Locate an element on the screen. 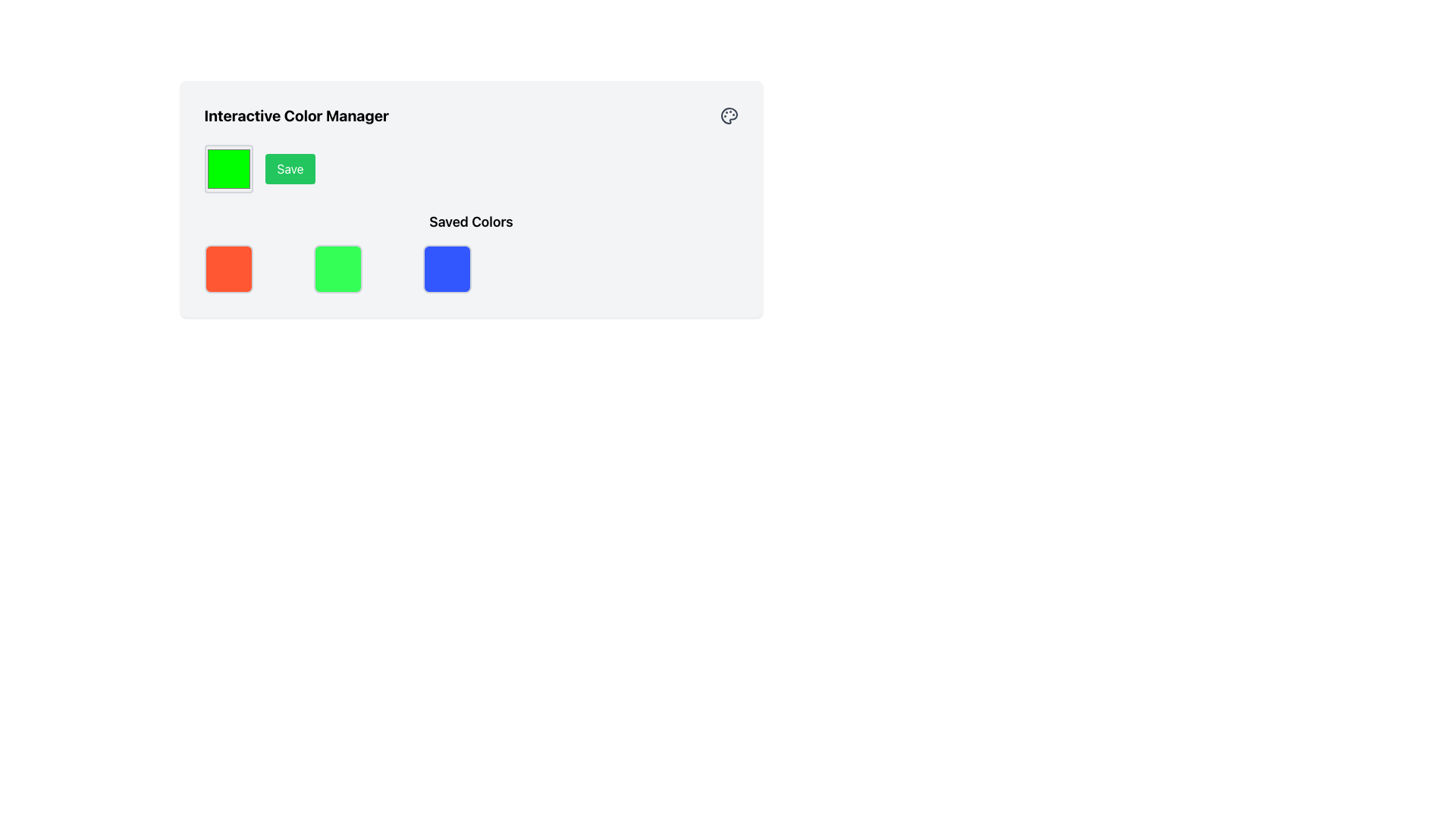  the palette icon located at the upper-right corner of the 'Interactive Color Manager' interface is located at coordinates (729, 115).